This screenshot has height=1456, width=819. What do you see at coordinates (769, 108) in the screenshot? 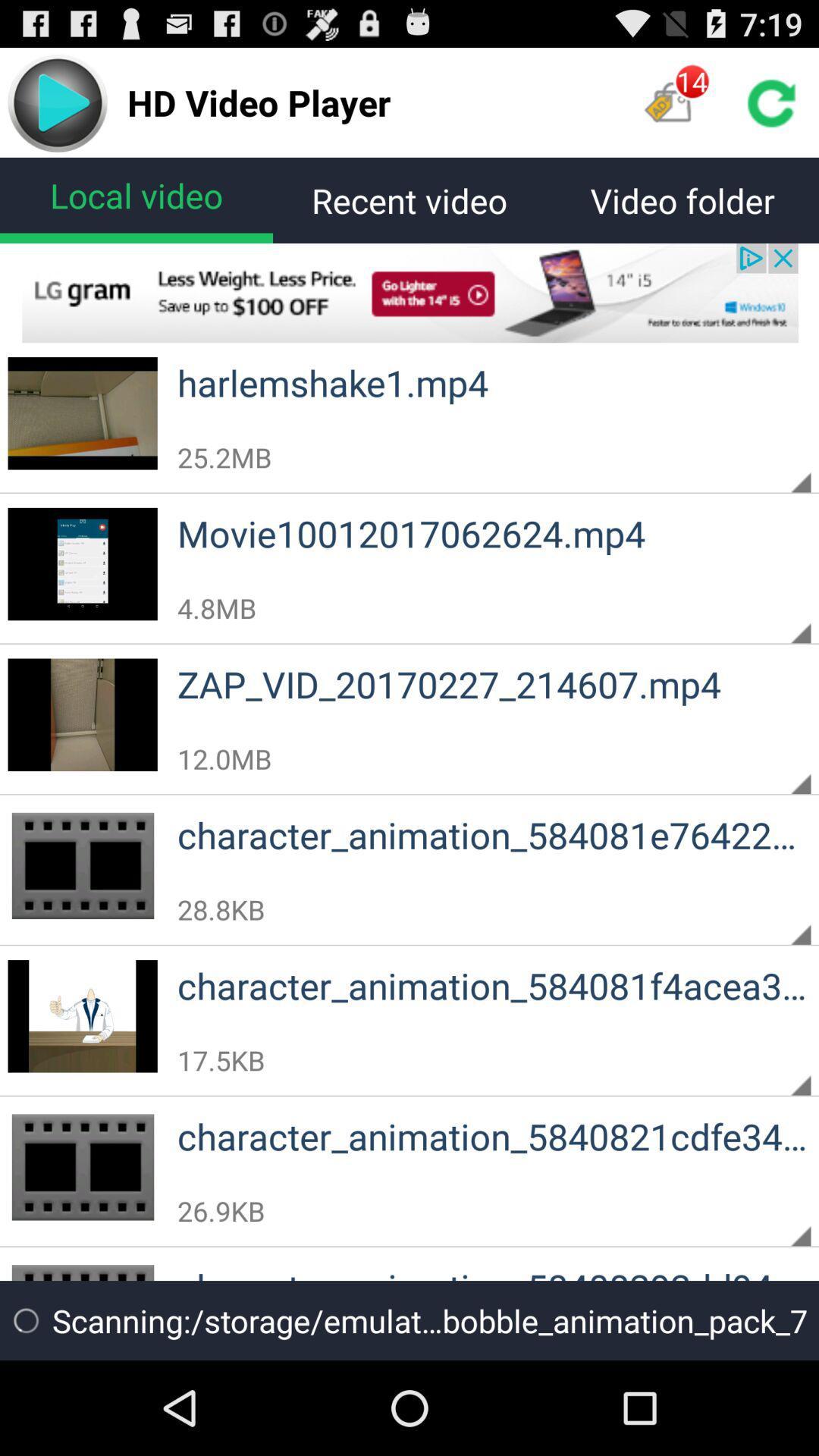
I see `the refresh icon` at bounding box center [769, 108].